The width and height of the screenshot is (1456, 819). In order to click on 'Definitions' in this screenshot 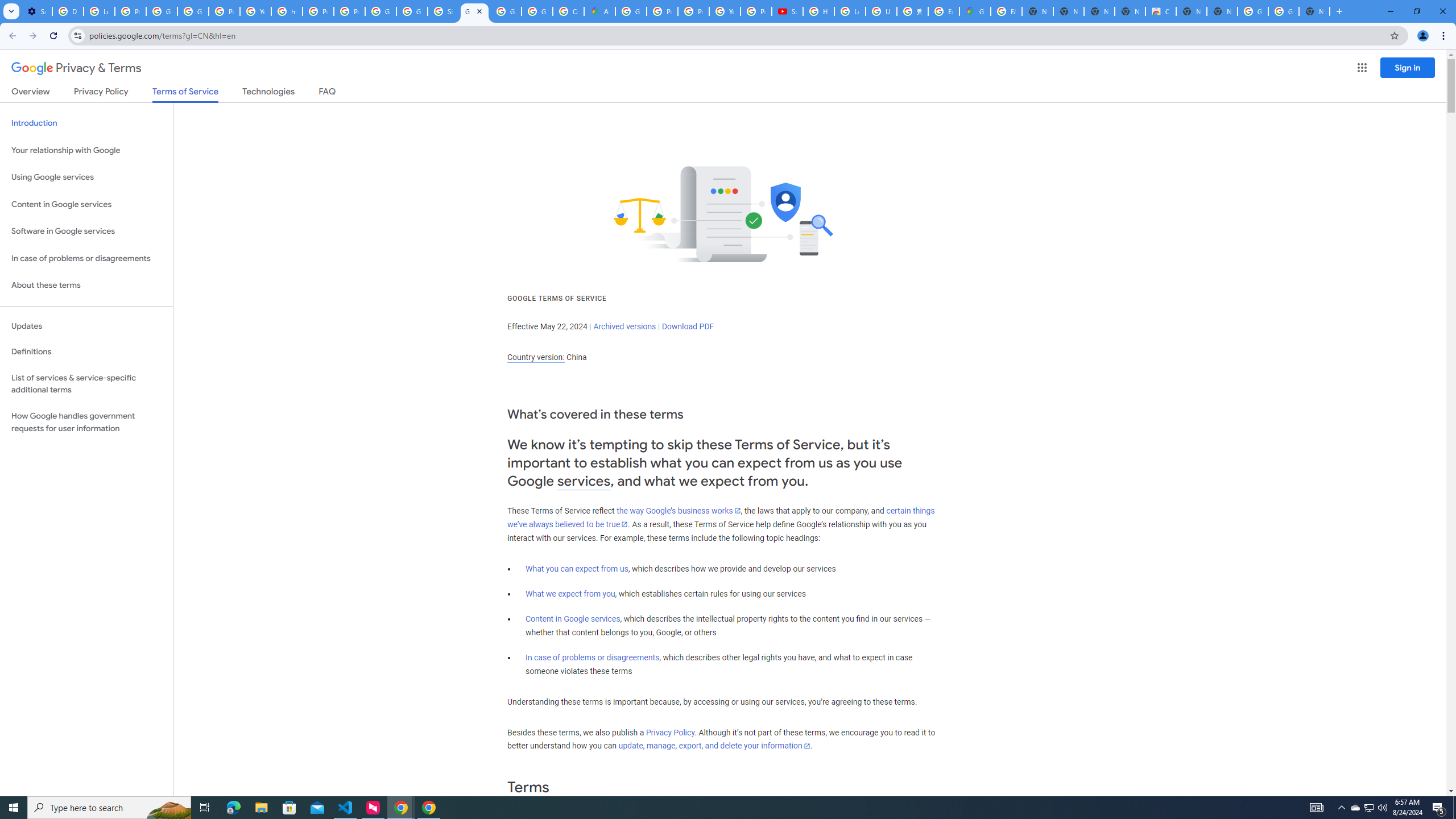, I will do `click(86, 351)`.